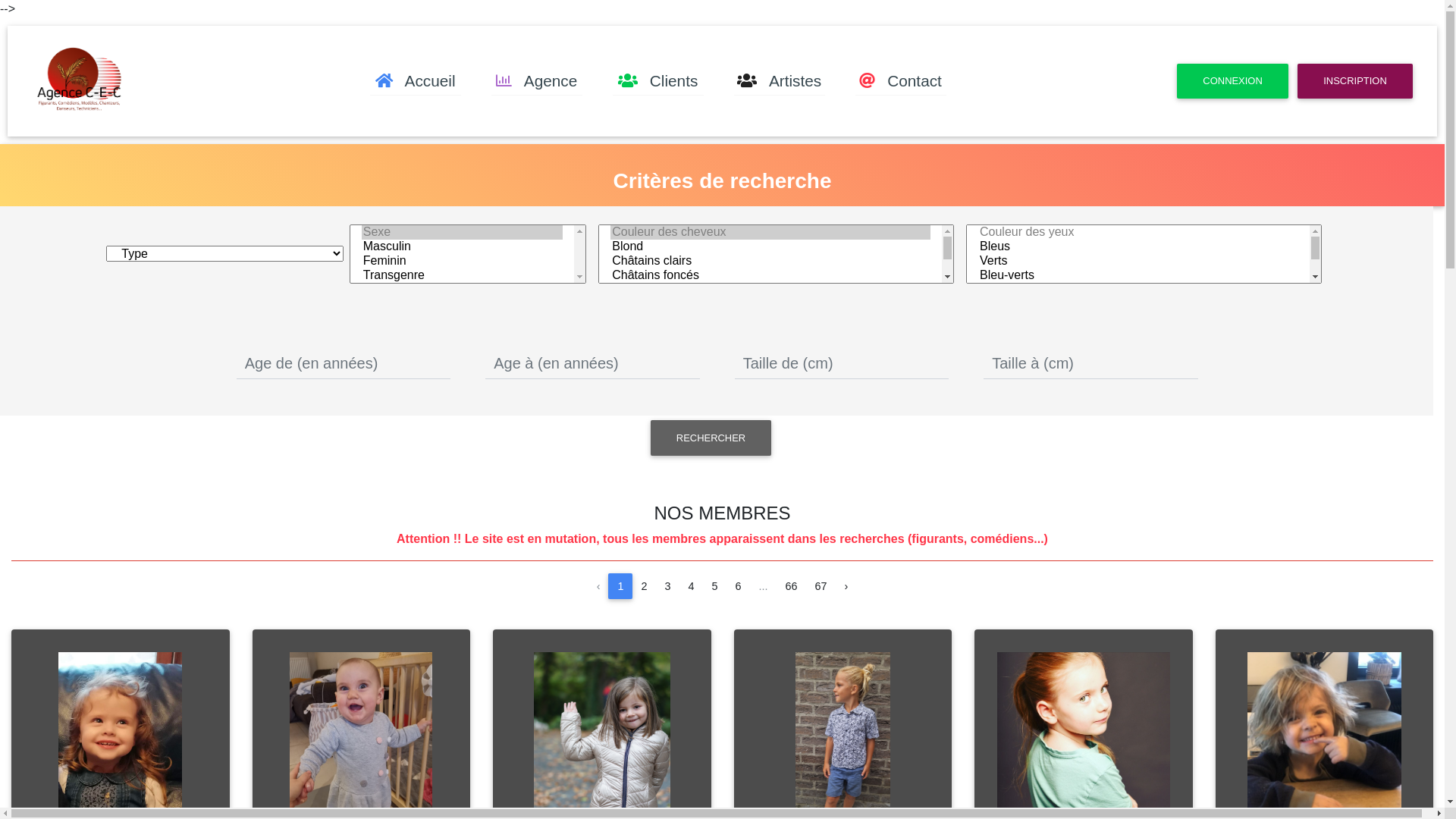 The image size is (1456, 819). I want to click on 'Agence', so click(537, 81).